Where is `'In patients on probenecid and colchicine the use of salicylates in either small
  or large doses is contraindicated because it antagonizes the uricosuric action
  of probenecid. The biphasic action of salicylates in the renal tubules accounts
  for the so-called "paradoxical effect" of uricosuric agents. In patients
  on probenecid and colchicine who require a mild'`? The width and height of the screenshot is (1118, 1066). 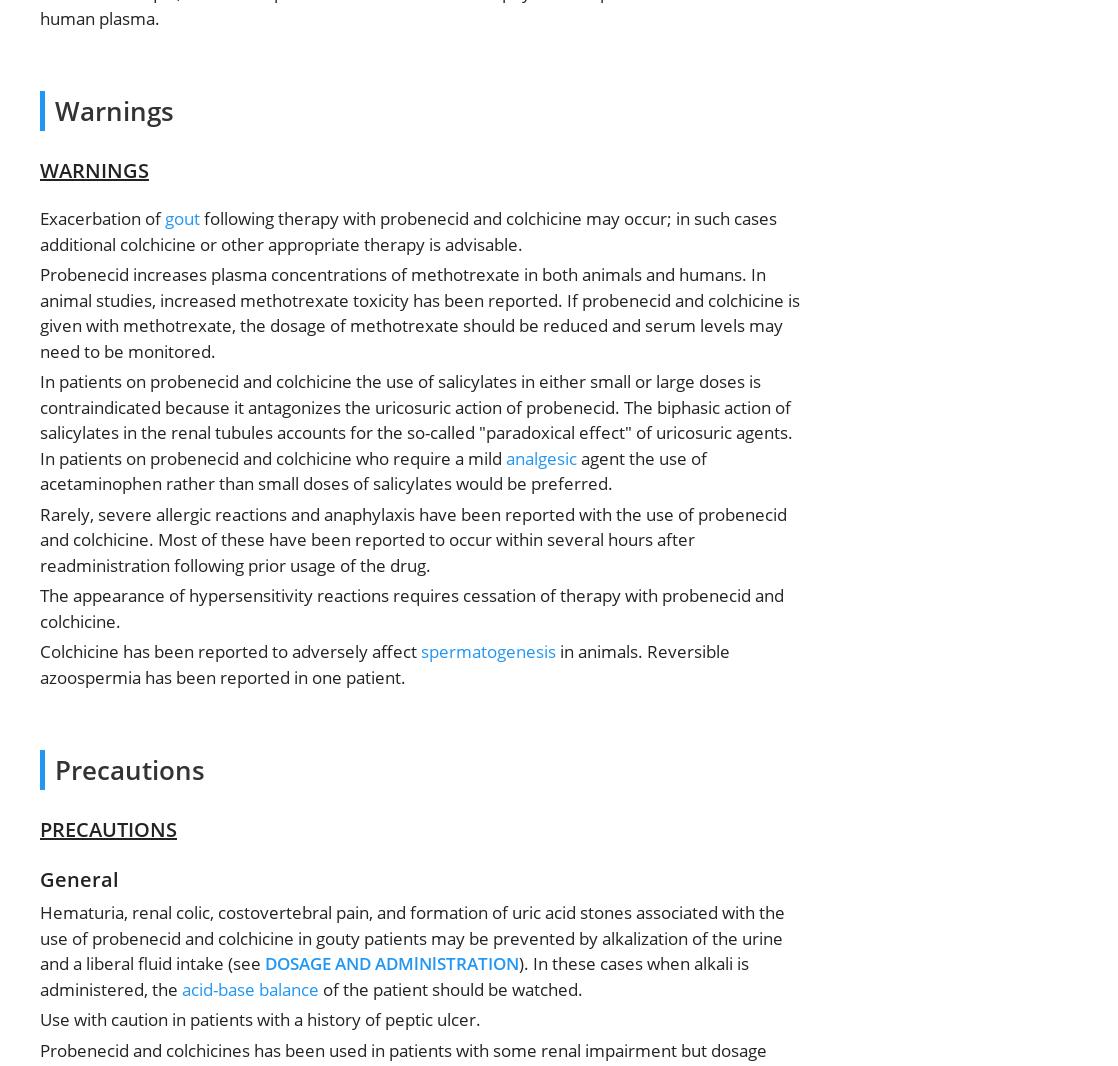 'In patients on probenecid and colchicine the use of salicylates in either small
  or large doses is contraindicated because it antagonizes the uricosuric action
  of probenecid. The biphasic action of salicylates in the renal tubules accounts
  for the so-called "paradoxical effect" of uricosuric agents. In patients
  on probenecid and colchicine who require a mild' is located at coordinates (415, 419).